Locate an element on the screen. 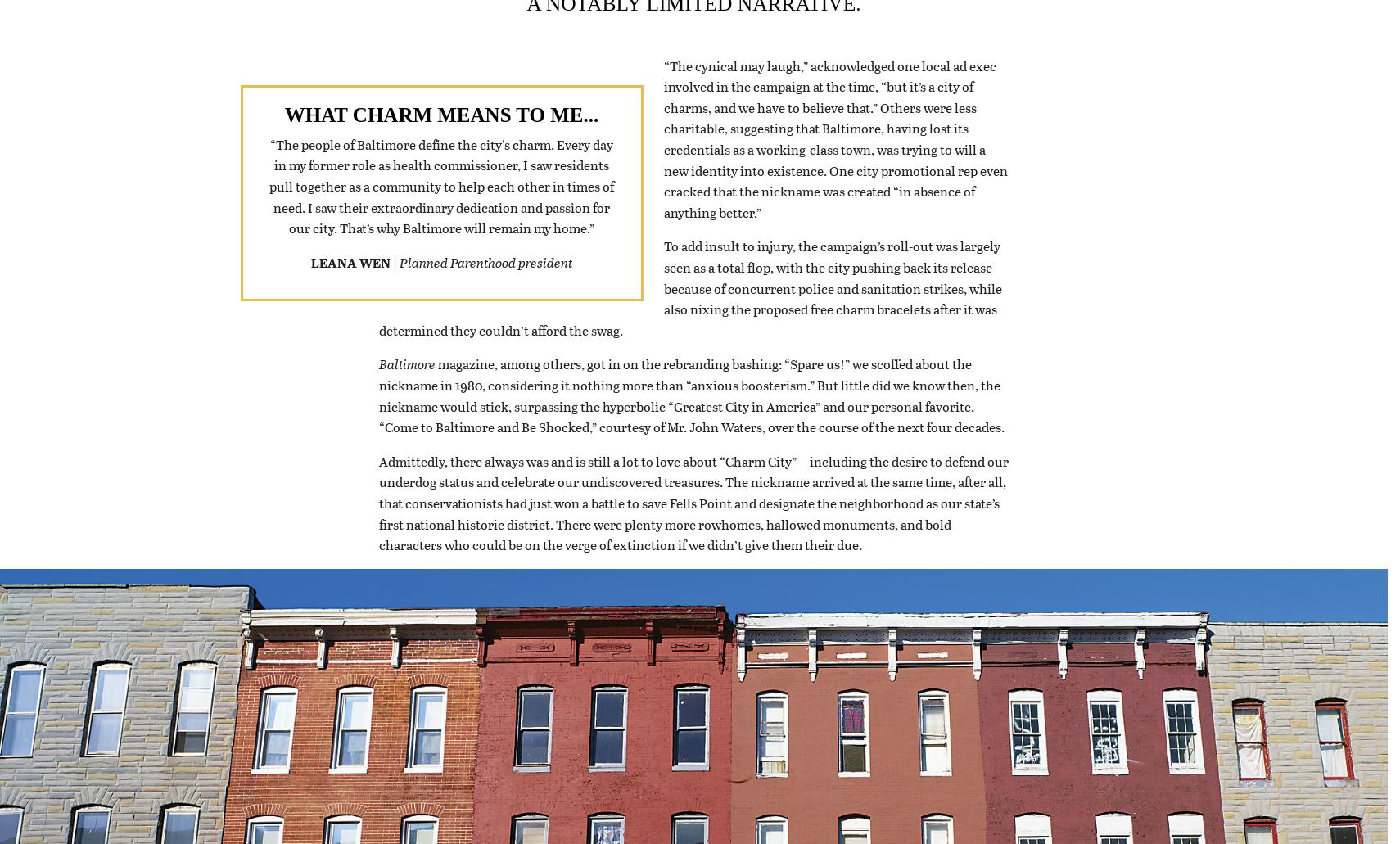 The image size is (1400, 844). 'Planned Parenthood president' is located at coordinates (400, 282).